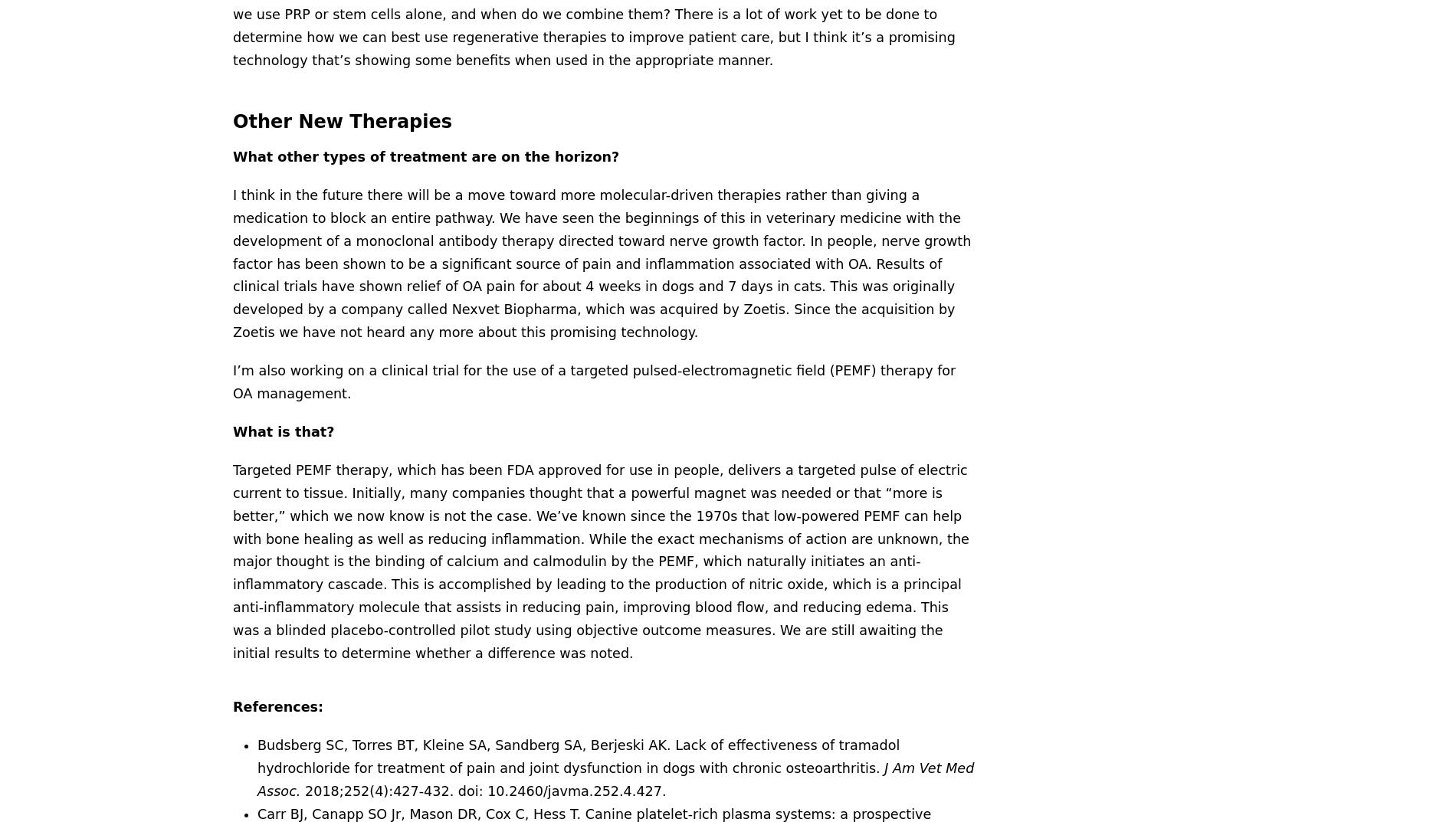  What do you see at coordinates (232, 431) in the screenshot?
I see `'What is that?'` at bounding box center [232, 431].